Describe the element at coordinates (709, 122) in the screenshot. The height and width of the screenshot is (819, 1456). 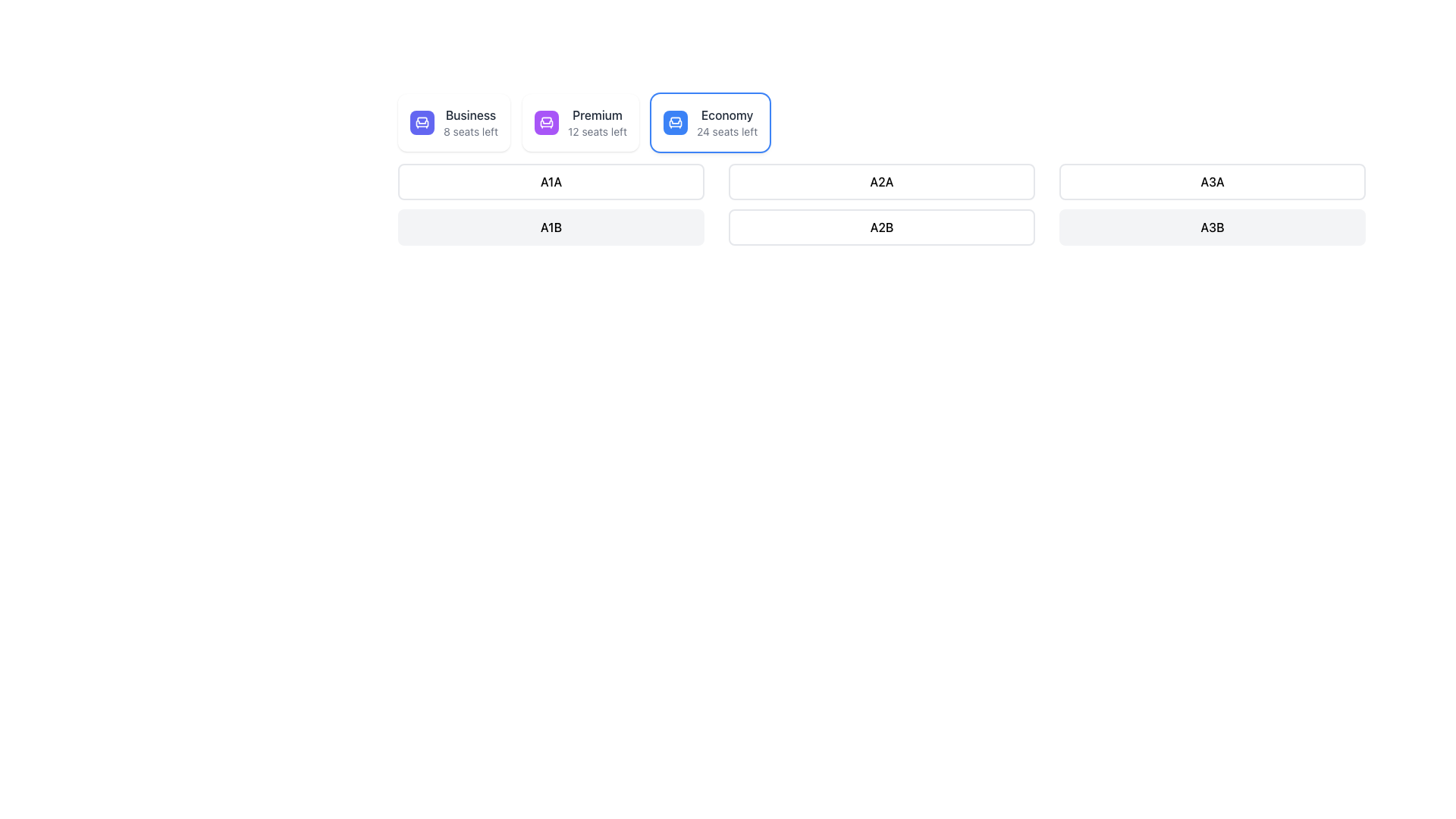
I see `the Economy button, which features a blue circular icon with a white armchair and the text 'Economy' above '24 seats left'` at that location.